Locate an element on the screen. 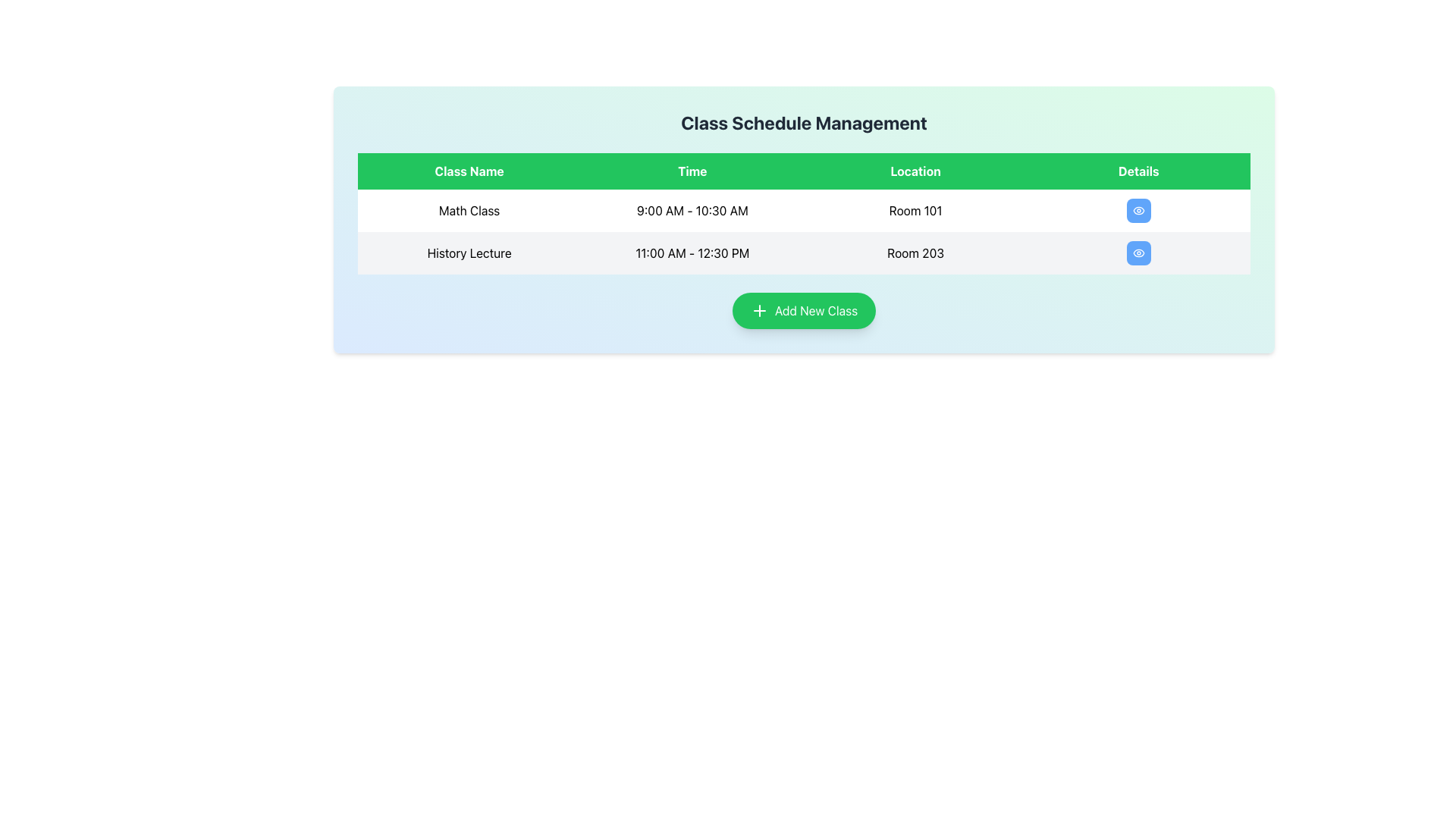 Image resolution: width=1456 pixels, height=819 pixels. the 'Time' label which is the second column header in the table, positioned between the 'Class Name' and 'Location' columns, with a green background and white bold text is located at coordinates (692, 171).